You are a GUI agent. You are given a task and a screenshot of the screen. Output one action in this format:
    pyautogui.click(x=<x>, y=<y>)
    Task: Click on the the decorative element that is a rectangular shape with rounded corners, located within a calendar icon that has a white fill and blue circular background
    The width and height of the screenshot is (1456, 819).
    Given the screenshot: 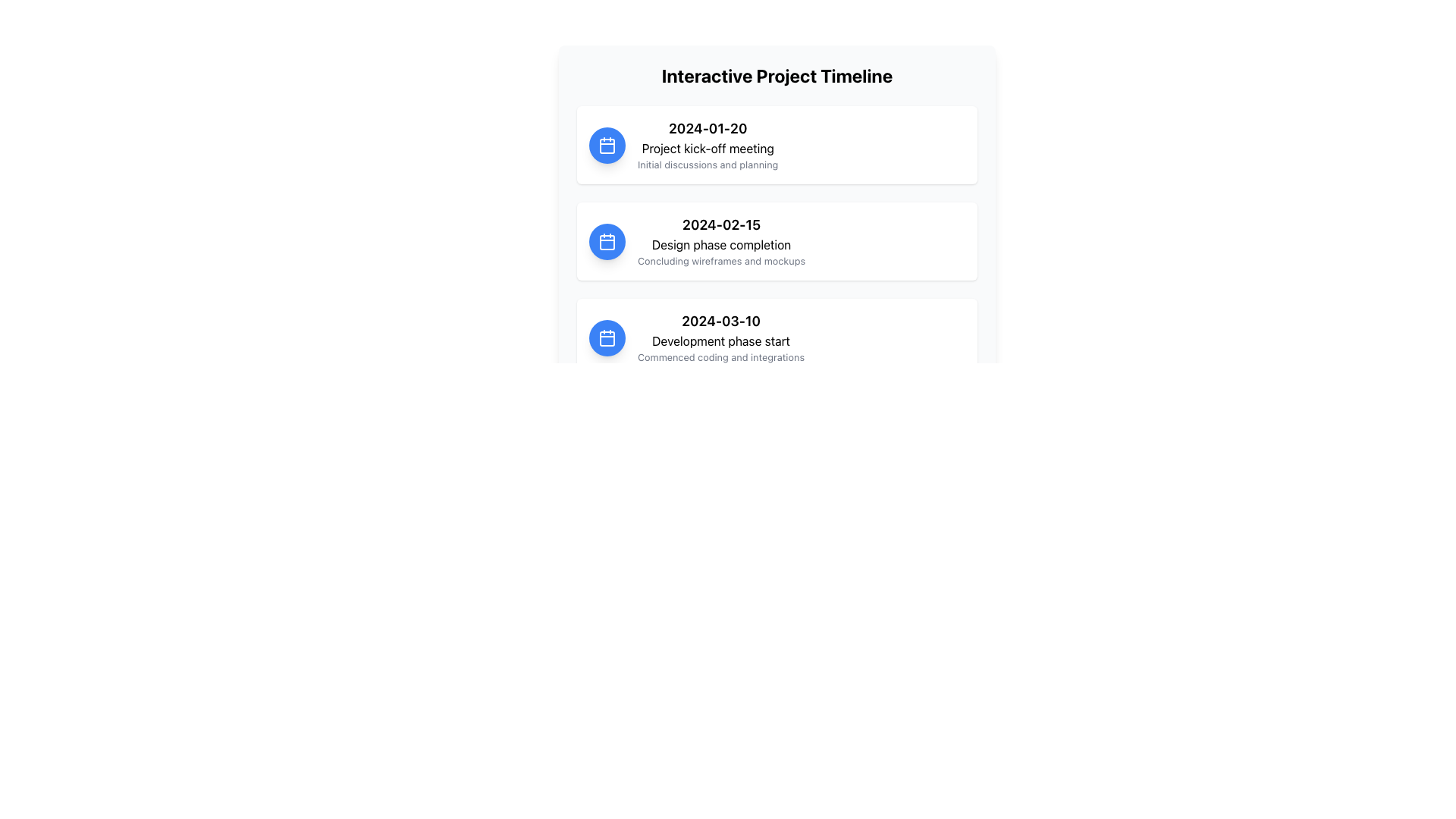 What is the action you would take?
    pyautogui.click(x=607, y=146)
    